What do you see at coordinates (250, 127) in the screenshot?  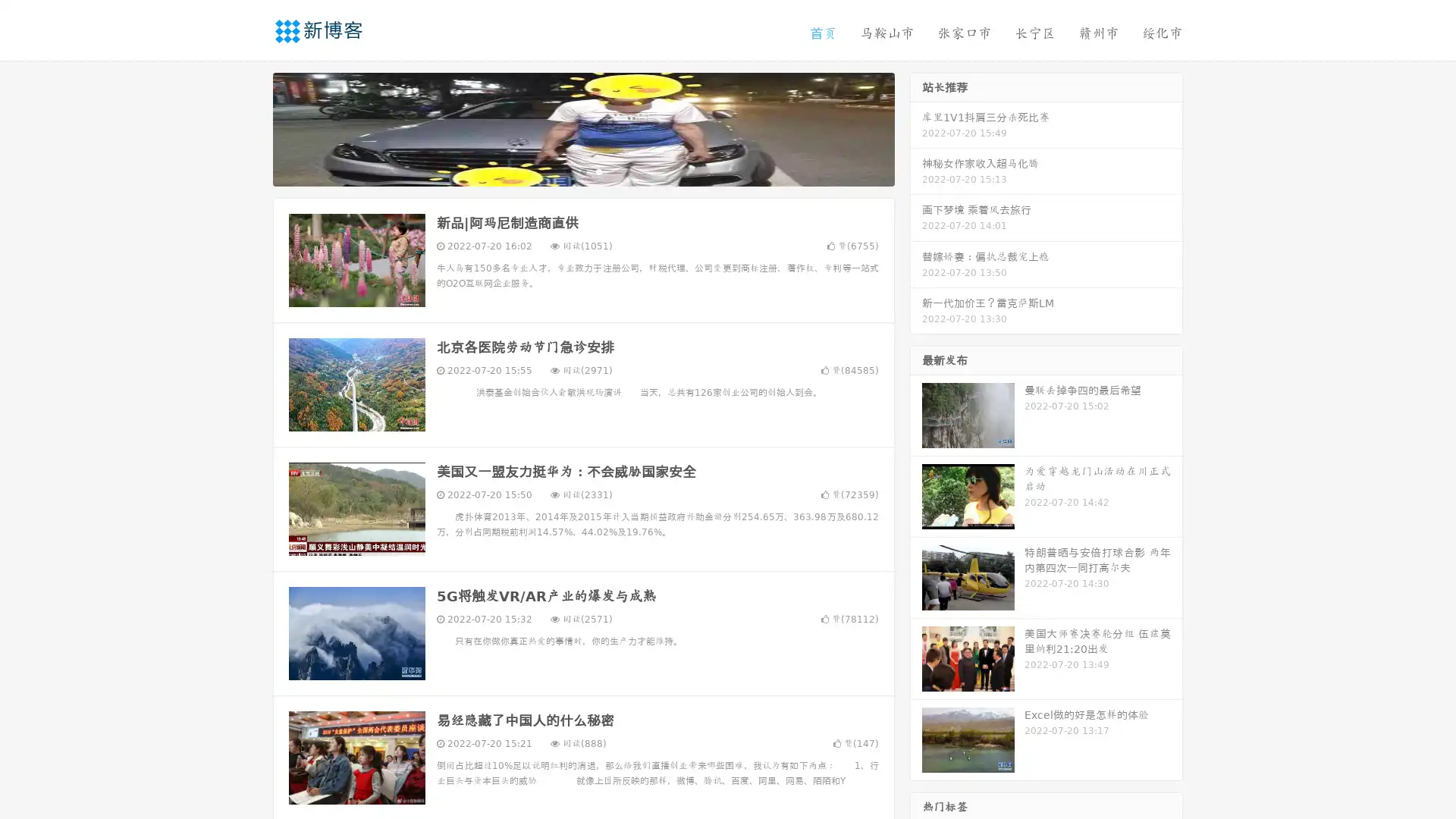 I see `Previous slide` at bounding box center [250, 127].